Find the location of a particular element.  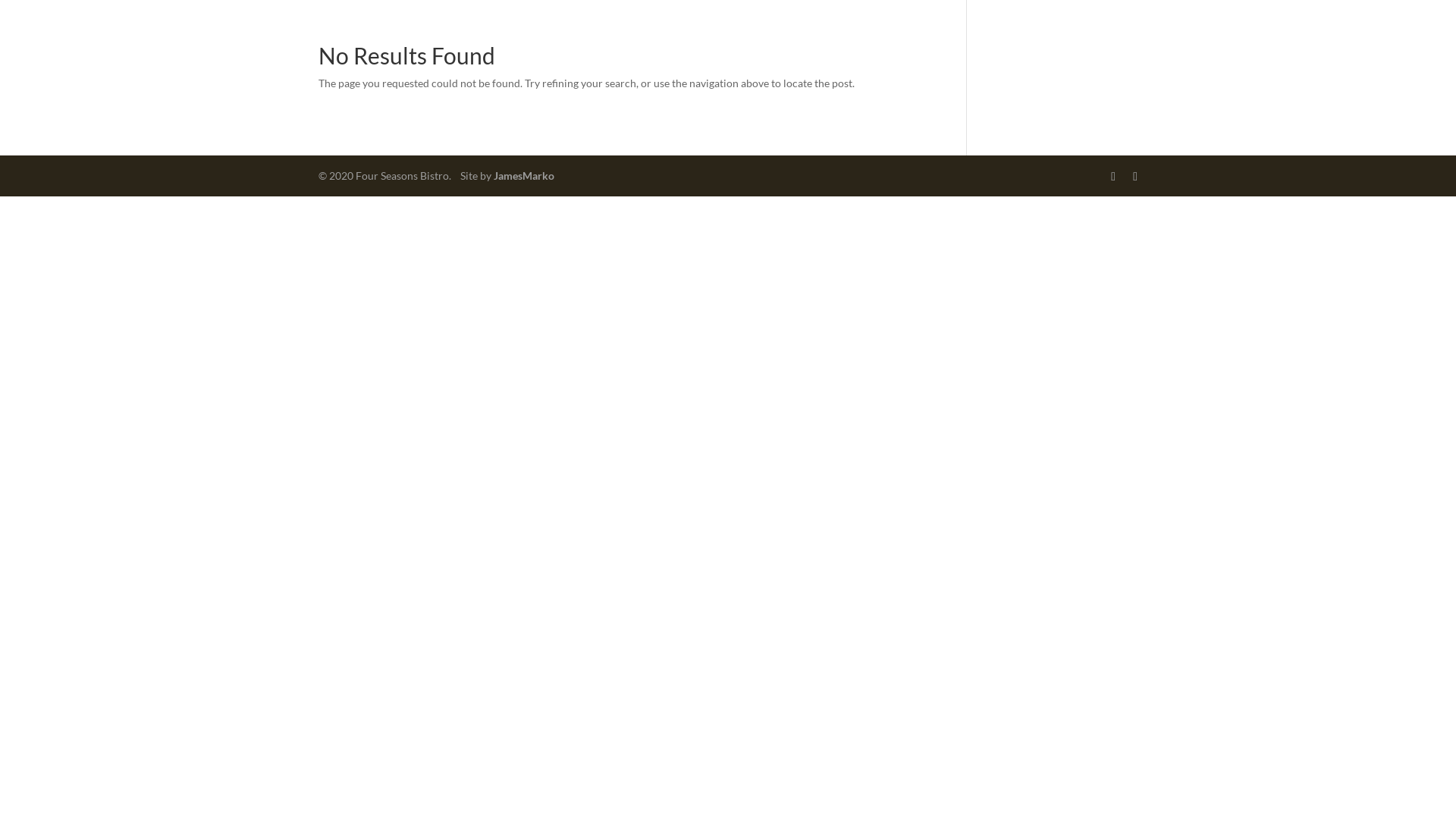

'JamesMarko' is located at coordinates (524, 174).